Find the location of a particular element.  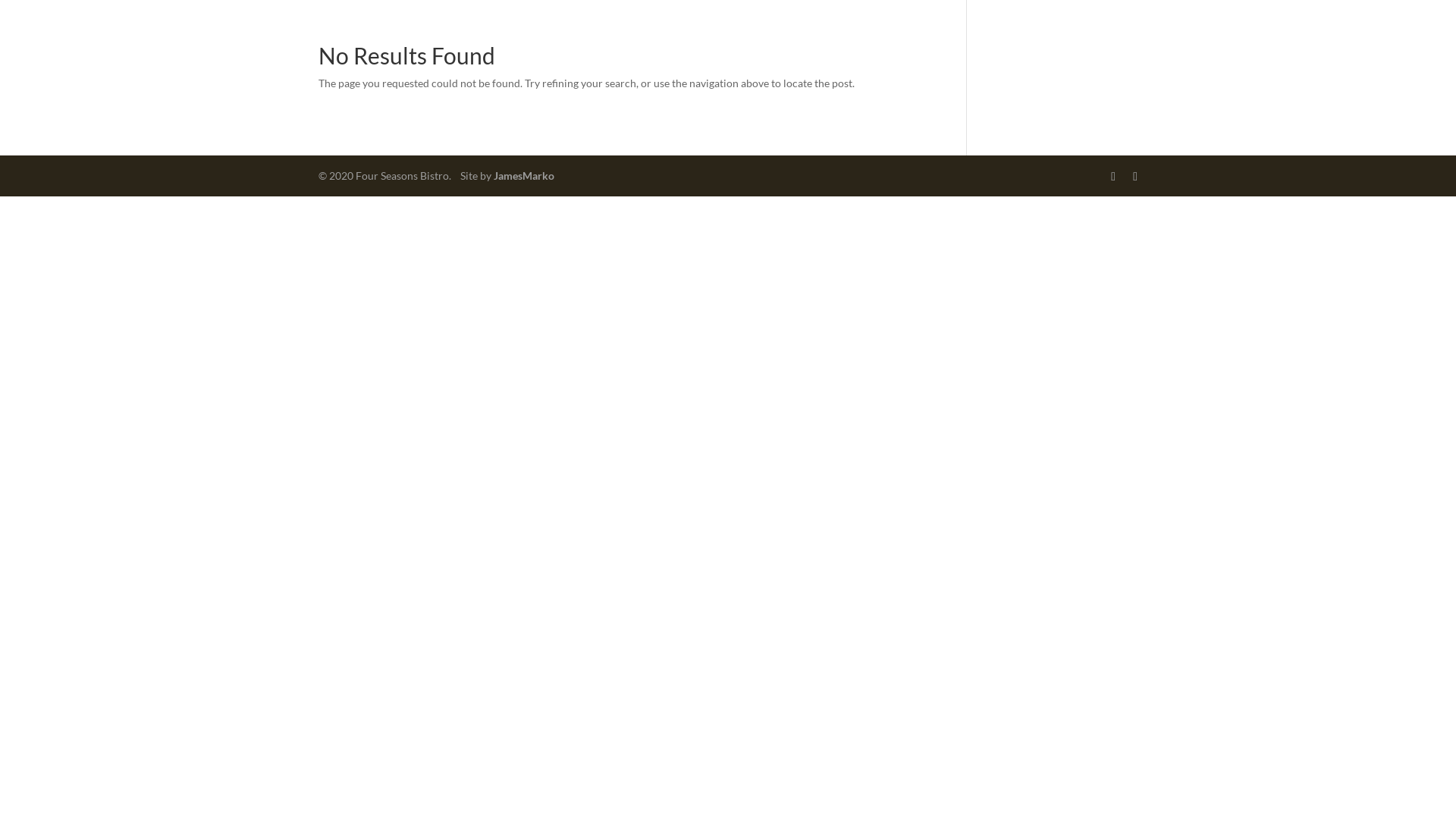

'JamesMarko' is located at coordinates (524, 174).